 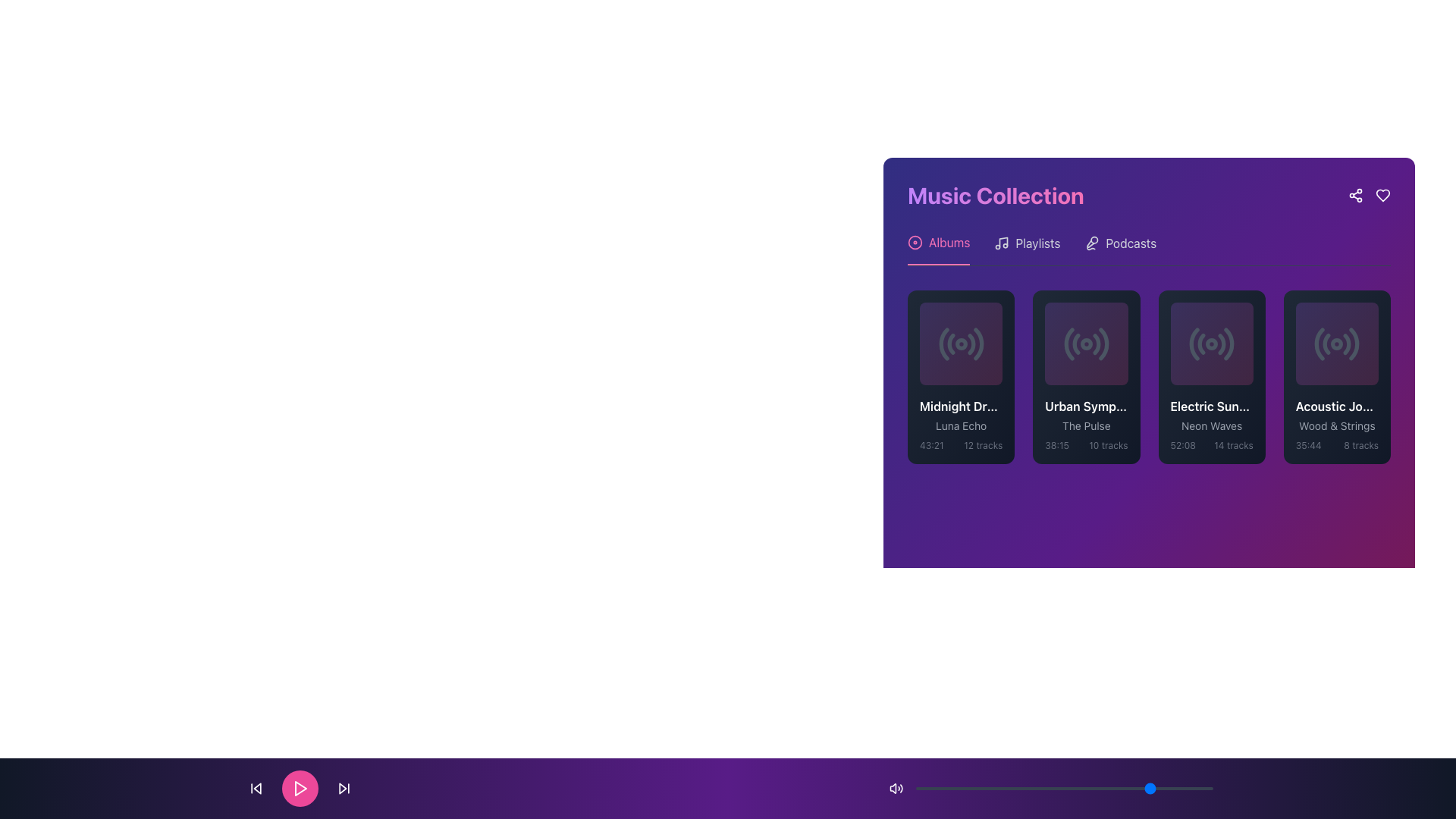 What do you see at coordinates (1108, 445) in the screenshot?
I see `the informational text label indicating the number of tracks available in the album or playlist for 'Urban Symphony - The Pulse', located at the bottom-right corner of the card` at bounding box center [1108, 445].